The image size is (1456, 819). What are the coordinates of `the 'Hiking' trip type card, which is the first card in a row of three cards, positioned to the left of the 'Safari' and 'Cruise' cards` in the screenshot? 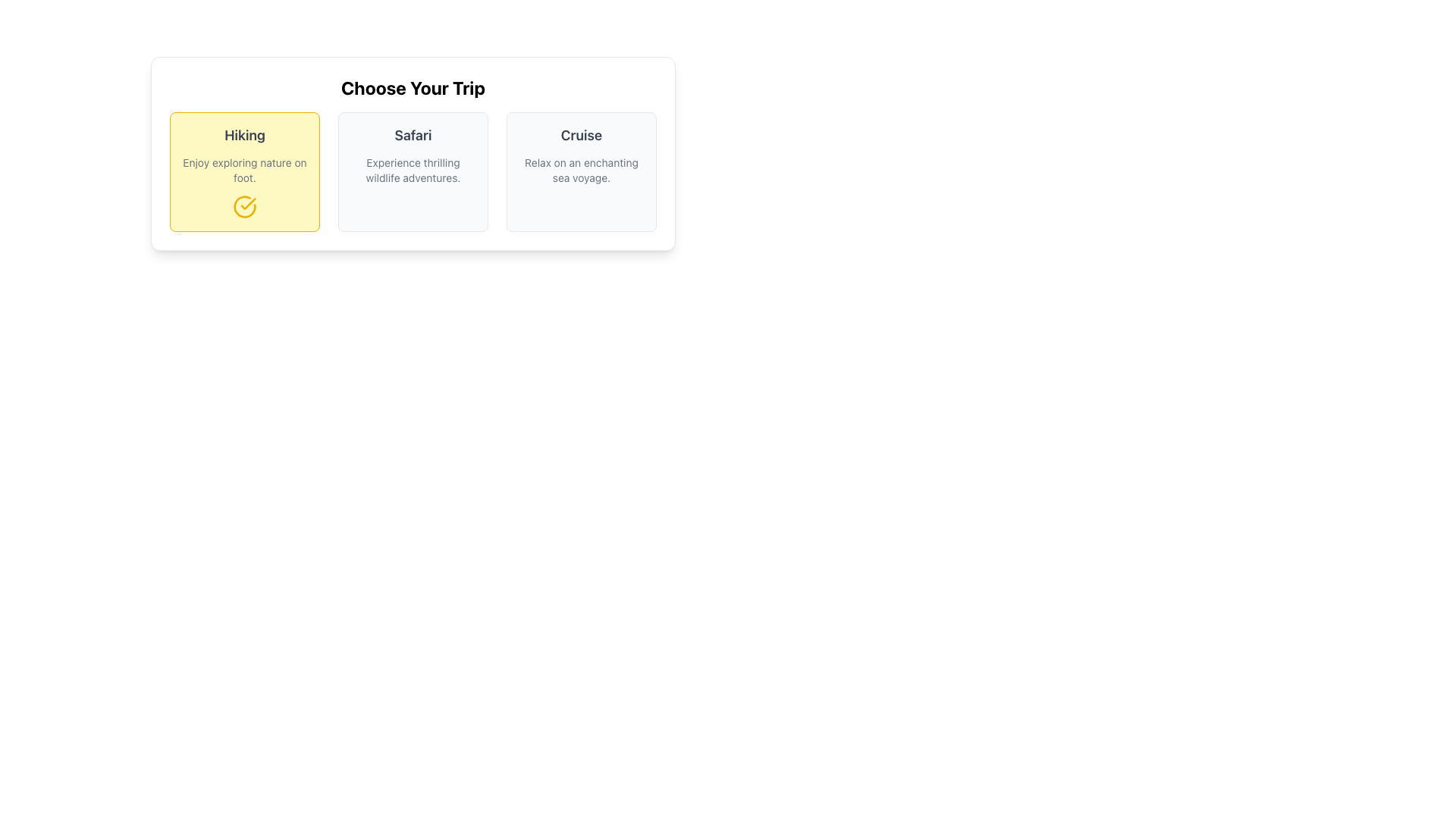 It's located at (244, 171).